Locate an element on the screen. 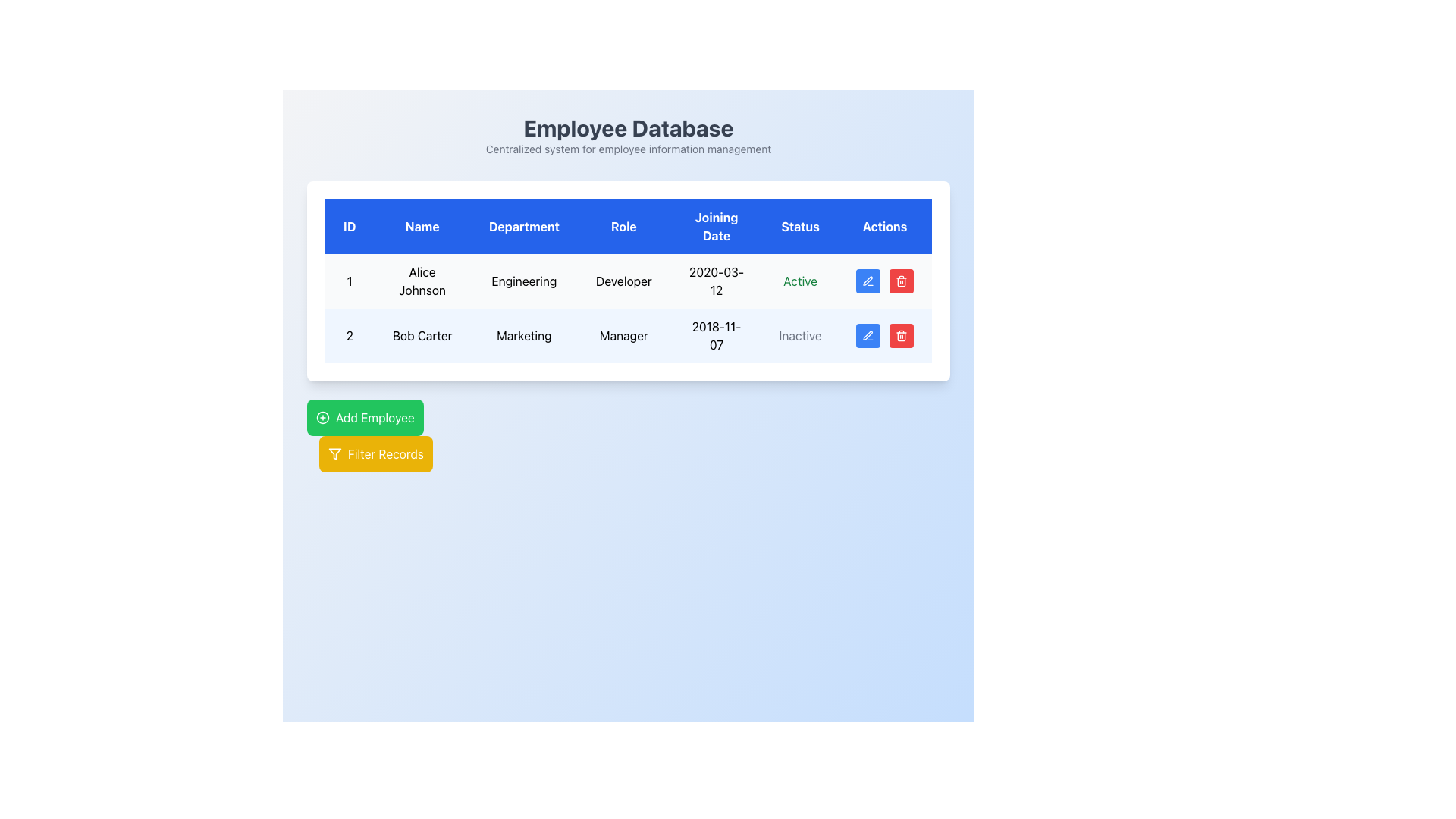 The width and height of the screenshot is (1456, 819). the Table Header Cell for the 'Name' column, which is the second item in the header row of the table, following 'ID' and preceding 'Department' is located at coordinates (422, 227).